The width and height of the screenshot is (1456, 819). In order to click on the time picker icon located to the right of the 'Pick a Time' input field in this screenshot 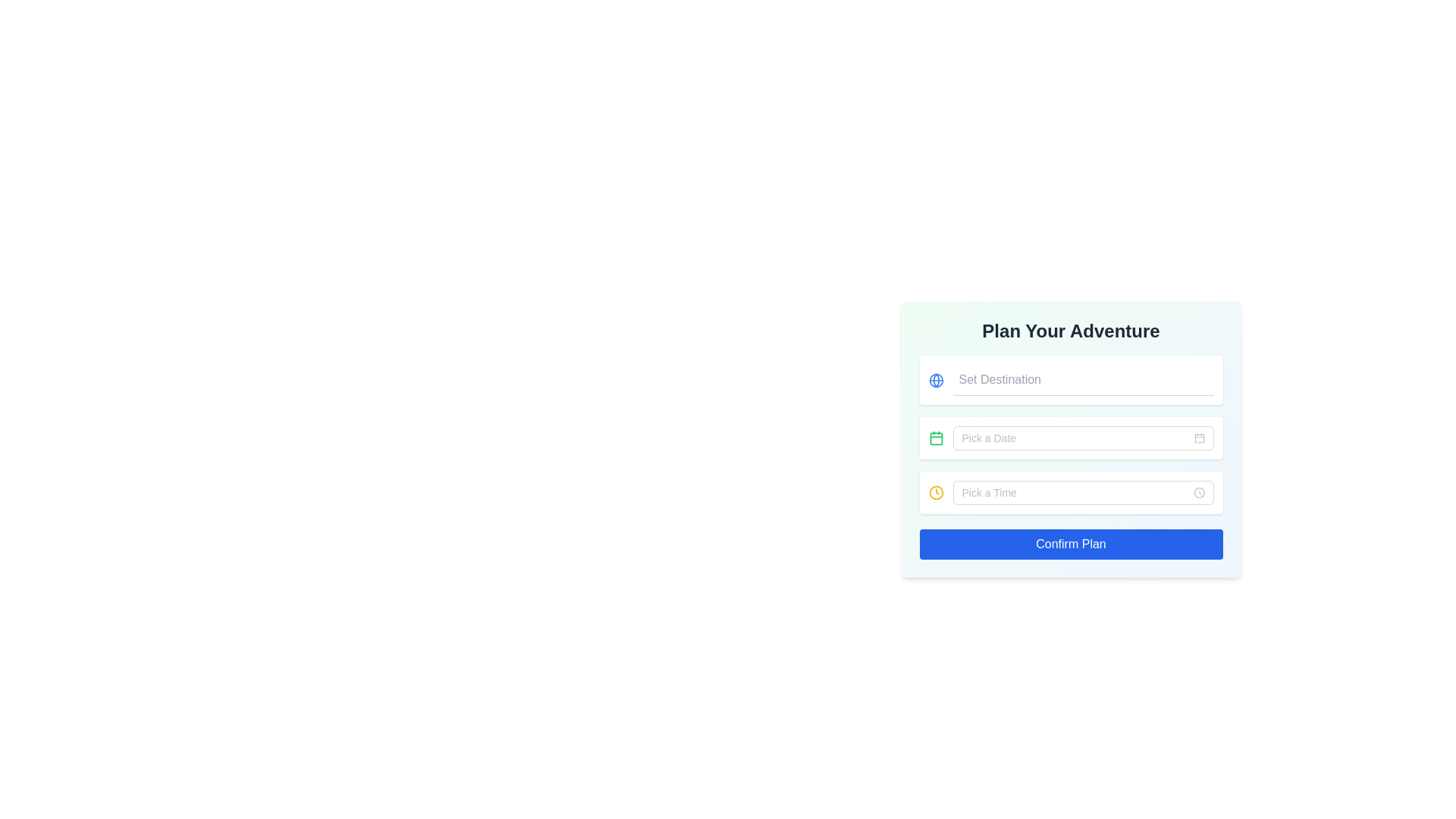, I will do `click(1198, 493)`.